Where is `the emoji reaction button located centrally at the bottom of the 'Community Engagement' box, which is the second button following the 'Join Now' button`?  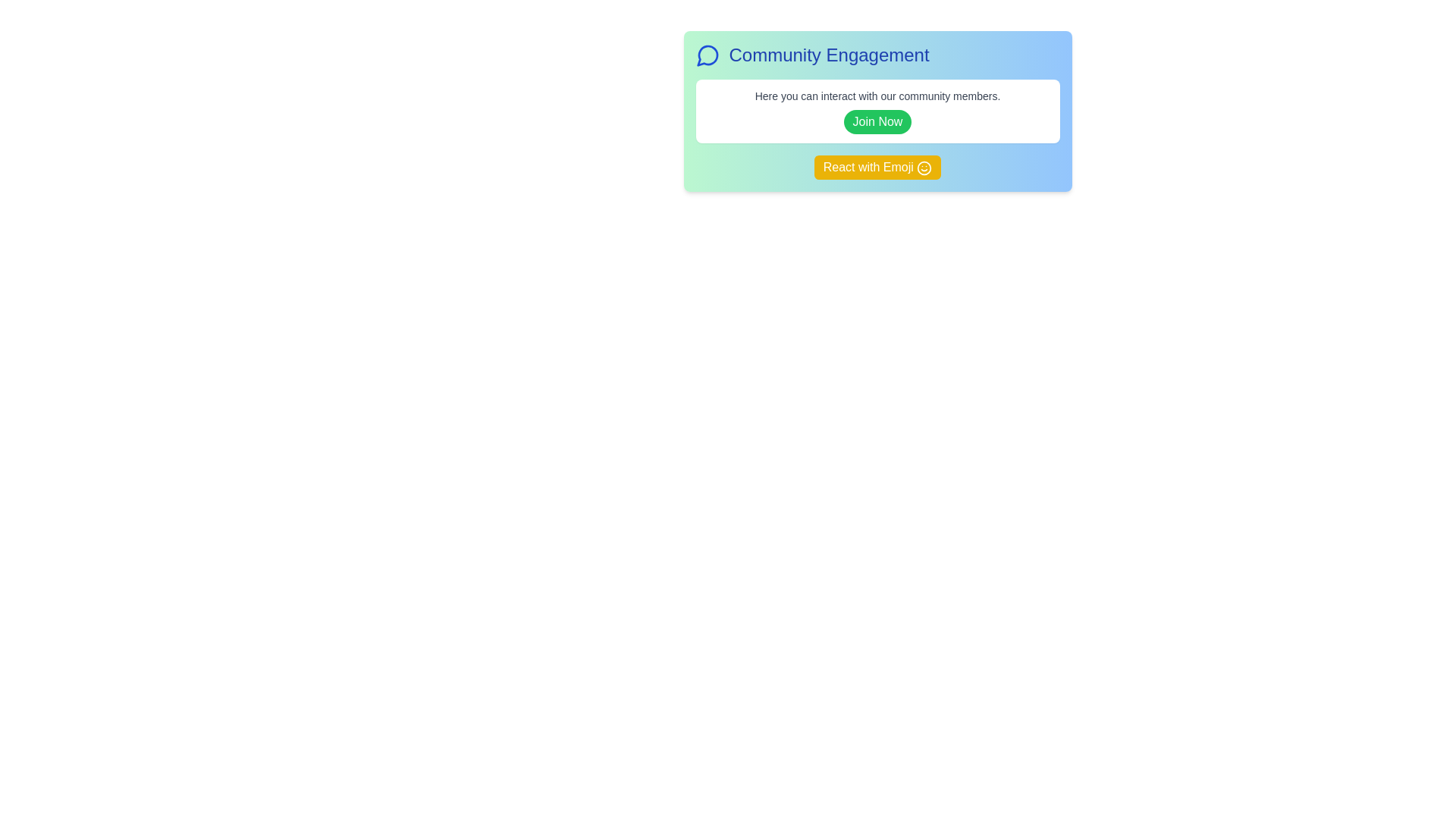 the emoji reaction button located centrally at the bottom of the 'Community Engagement' box, which is the second button following the 'Join Now' button is located at coordinates (877, 167).